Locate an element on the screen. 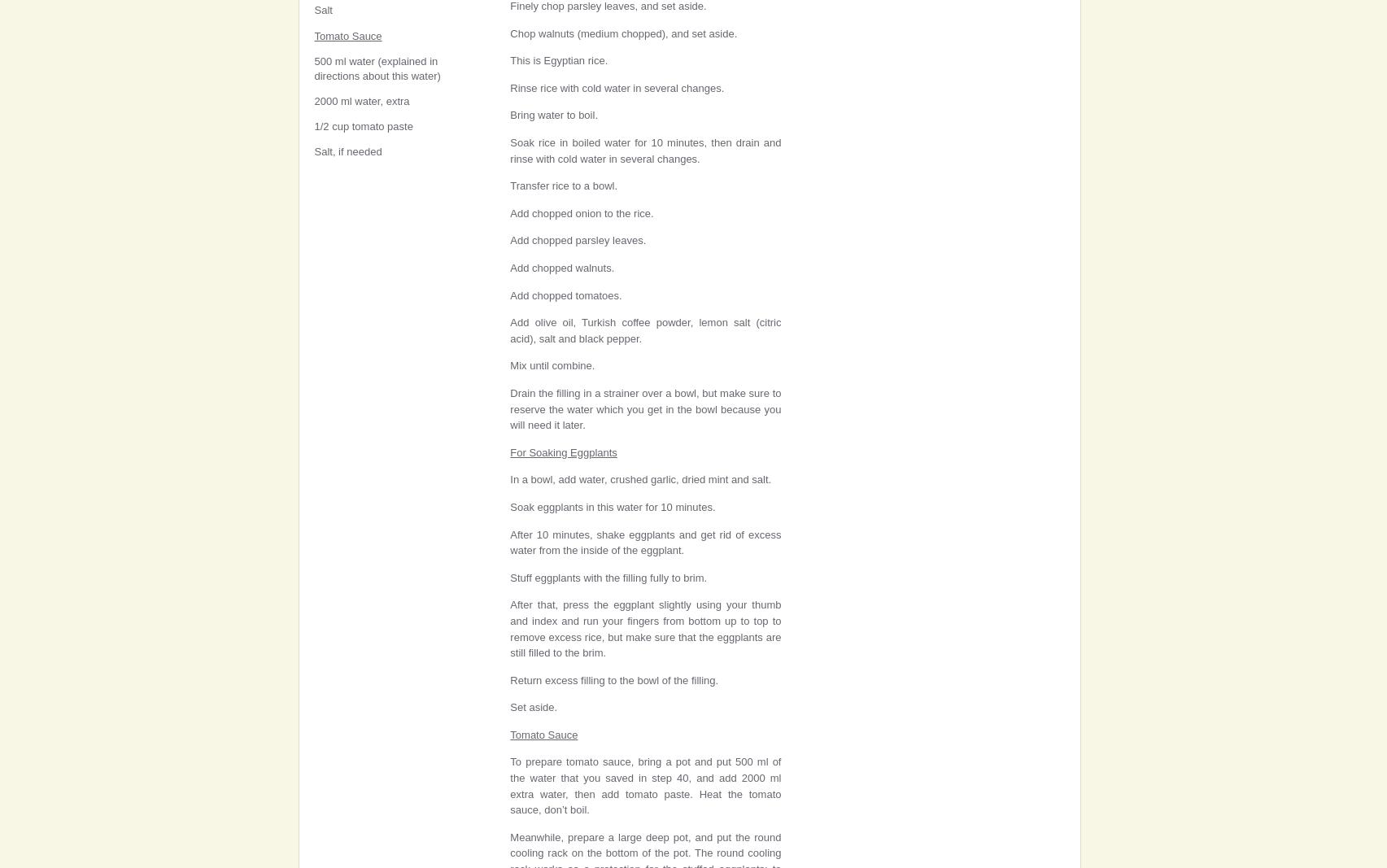 Image resolution: width=1387 pixels, height=868 pixels. 'Salt' is located at coordinates (321, 9).